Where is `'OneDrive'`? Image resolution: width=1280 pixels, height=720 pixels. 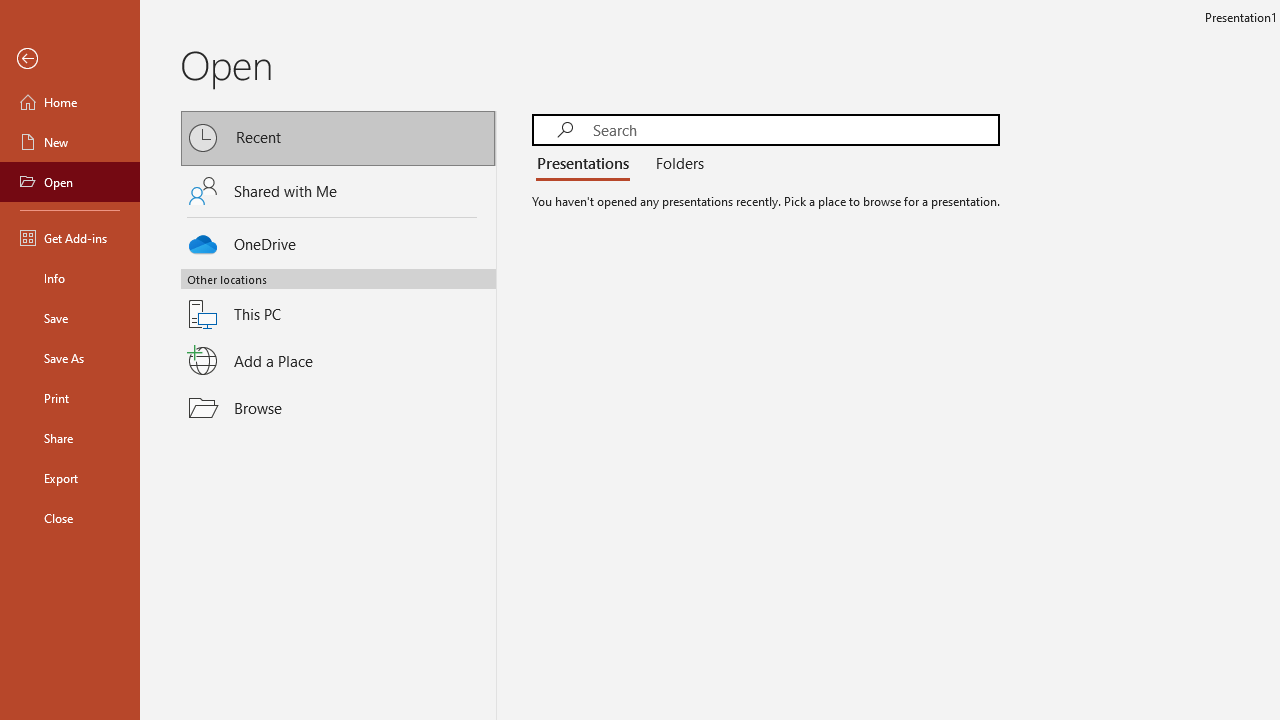 'OneDrive' is located at coordinates (338, 239).